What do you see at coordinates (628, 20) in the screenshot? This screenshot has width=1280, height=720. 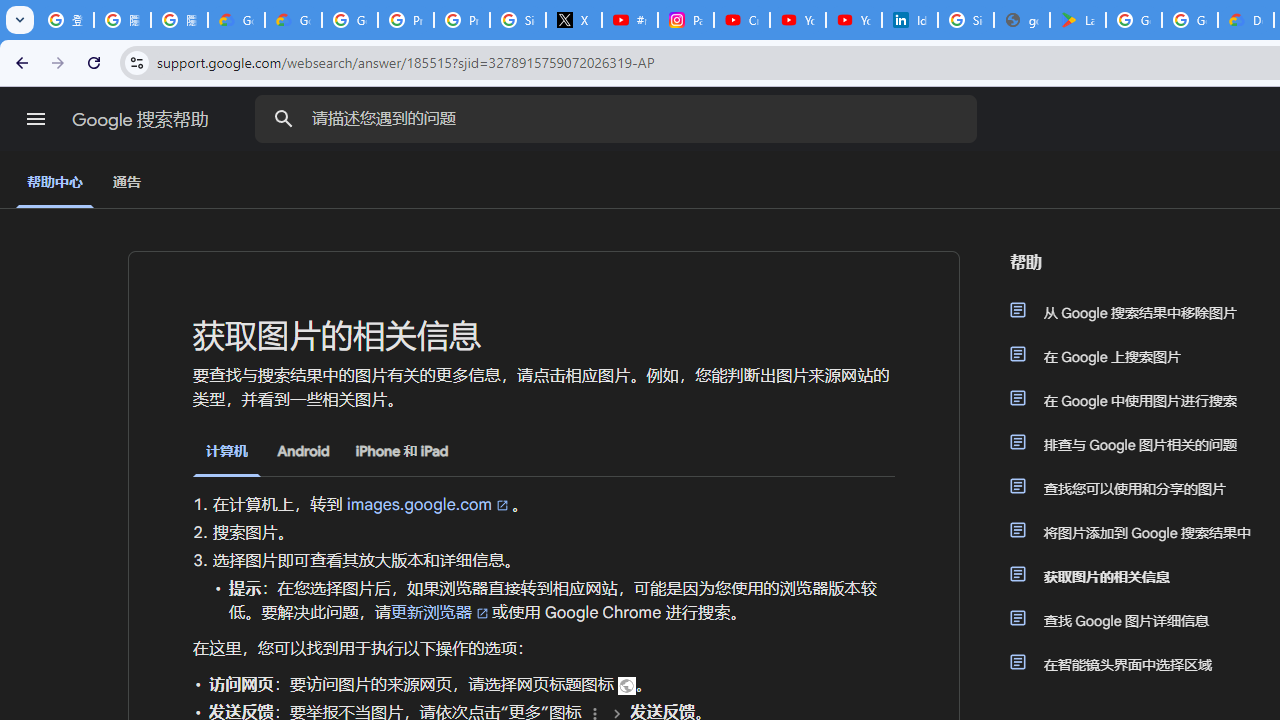 I see `'#nbabasketballhighlights - YouTube'` at bounding box center [628, 20].